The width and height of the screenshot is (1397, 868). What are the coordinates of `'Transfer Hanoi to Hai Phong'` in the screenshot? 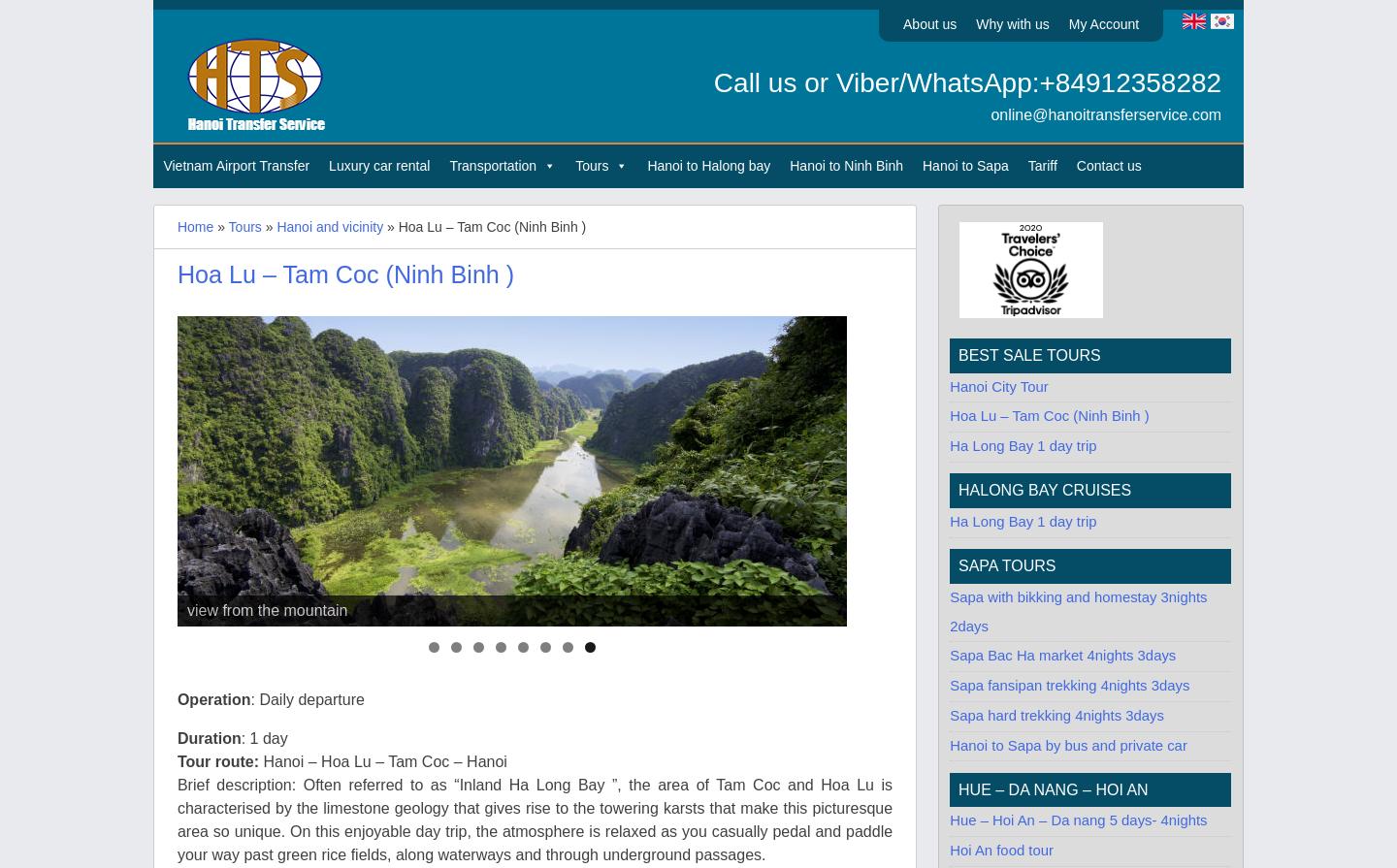 It's located at (535, 246).